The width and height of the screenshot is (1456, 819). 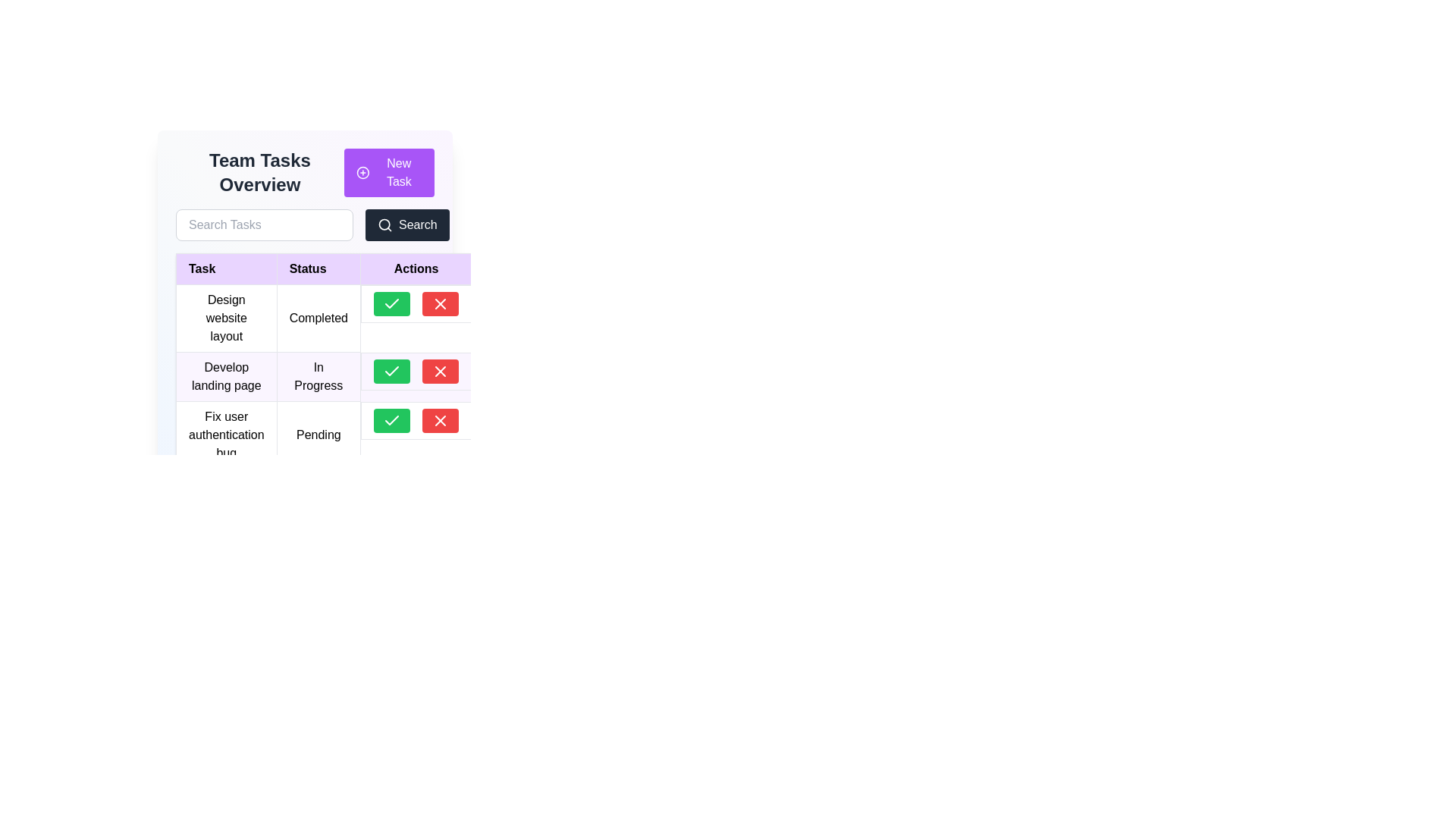 What do you see at coordinates (407, 225) in the screenshot?
I see `the search button located to the right of the 'Search Tasks' input field` at bounding box center [407, 225].